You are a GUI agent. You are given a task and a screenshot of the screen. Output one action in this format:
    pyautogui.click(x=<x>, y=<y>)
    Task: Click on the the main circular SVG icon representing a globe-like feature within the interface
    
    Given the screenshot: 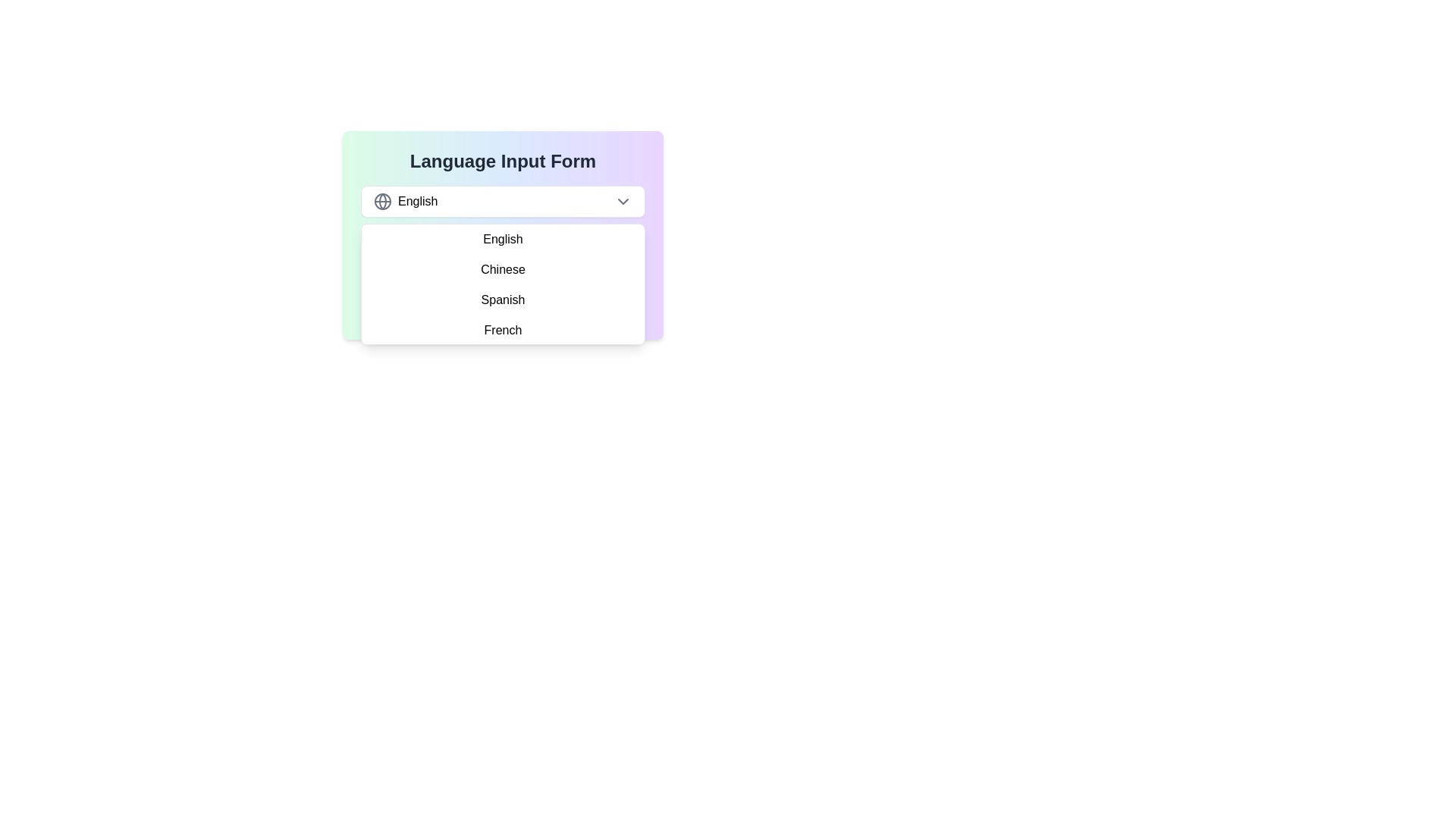 What is the action you would take?
    pyautogui.click(x=382, y=201)
    